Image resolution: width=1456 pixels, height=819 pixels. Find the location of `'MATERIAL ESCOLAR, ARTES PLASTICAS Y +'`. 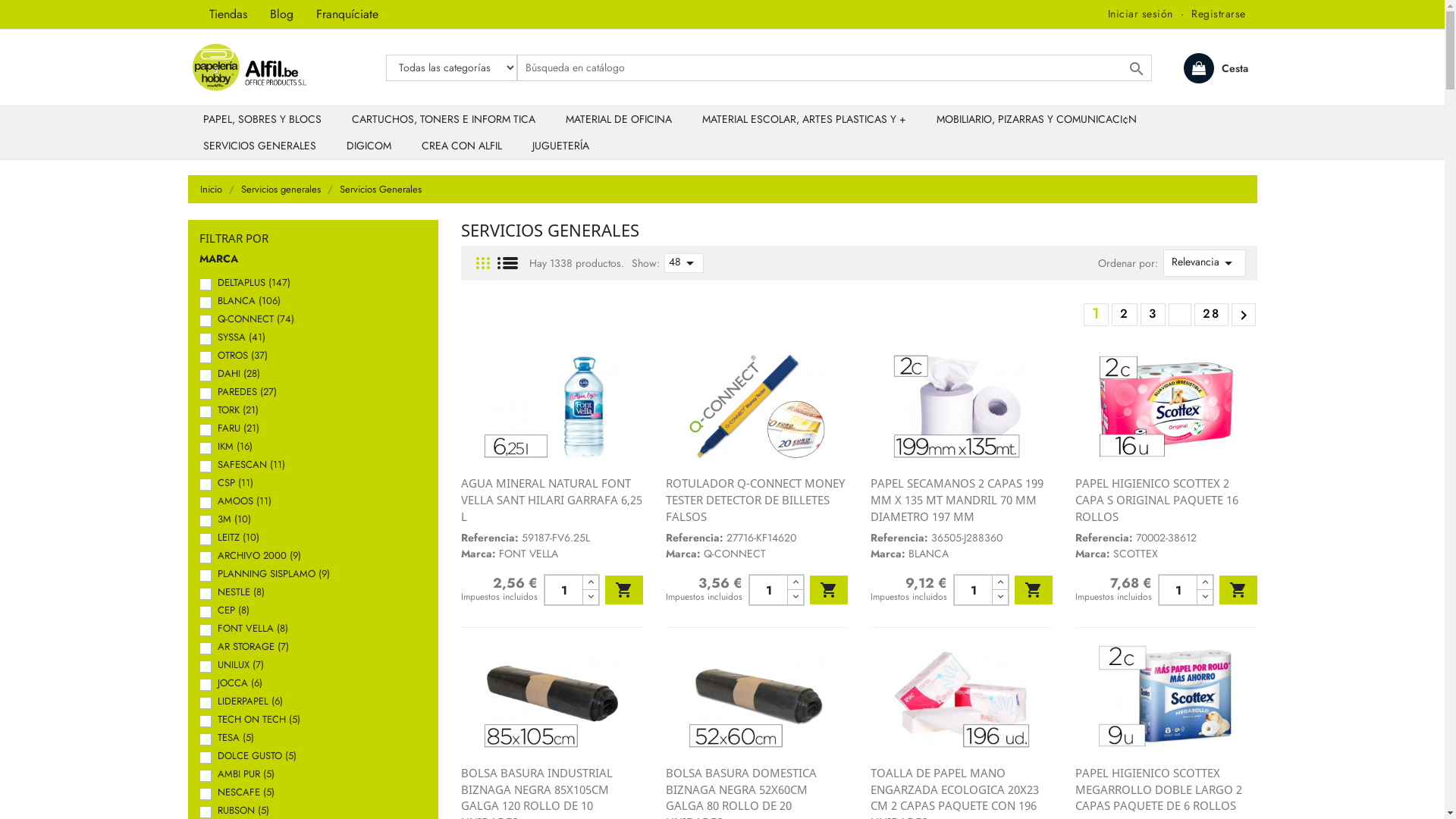

'MATERIAL ESCOLAR, ARTES PLASTICAS Y +' is located at coordinates (803, 118).